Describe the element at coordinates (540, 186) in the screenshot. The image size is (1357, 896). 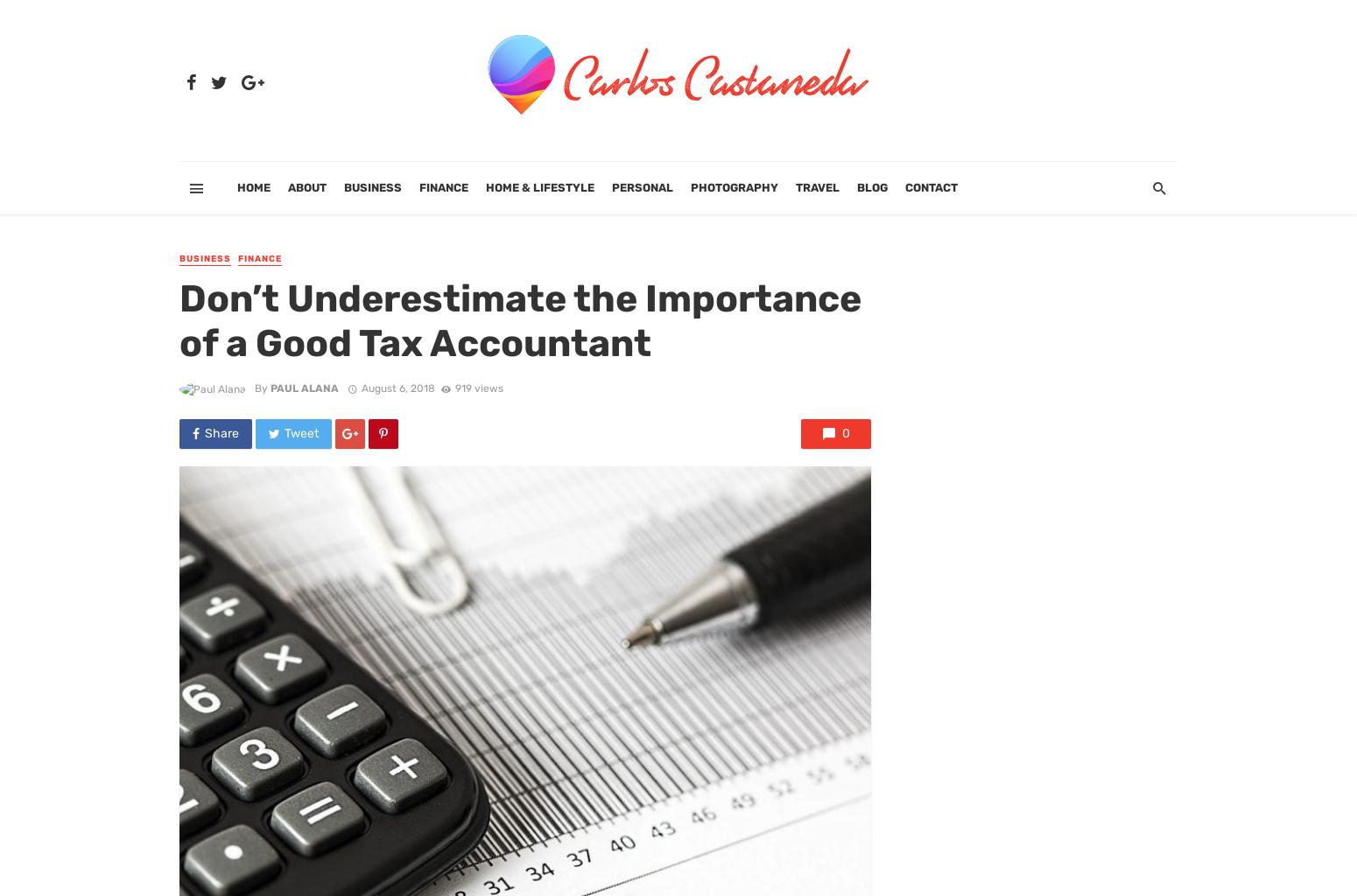
I see `'Home & Lifestyle'` at that location.